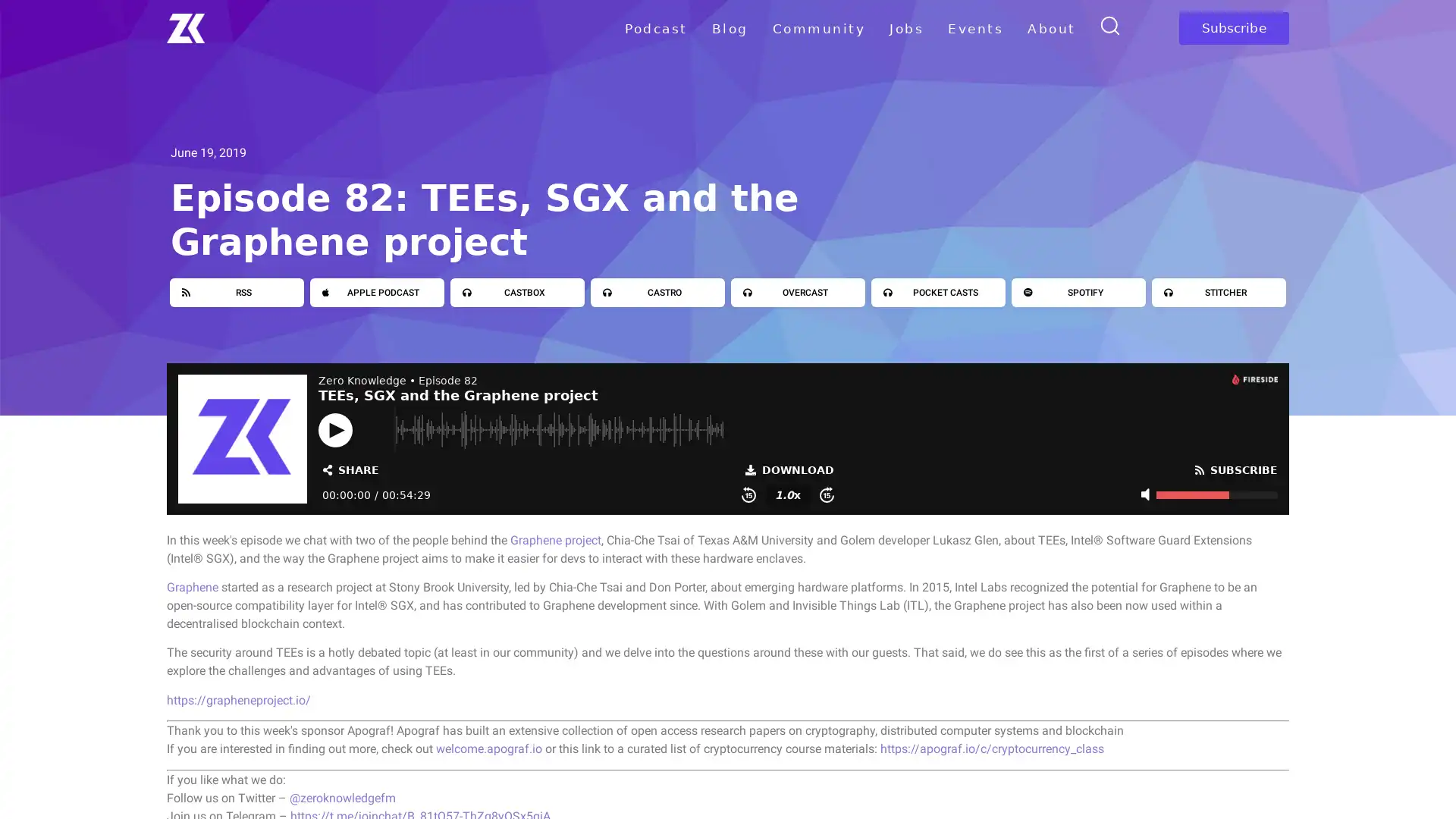 Image resolution: width=1456 pixels, height=819 pixels. Describe the element at coordinates (1233, 28) in the screenshot. I see `Subscribe` at that location.